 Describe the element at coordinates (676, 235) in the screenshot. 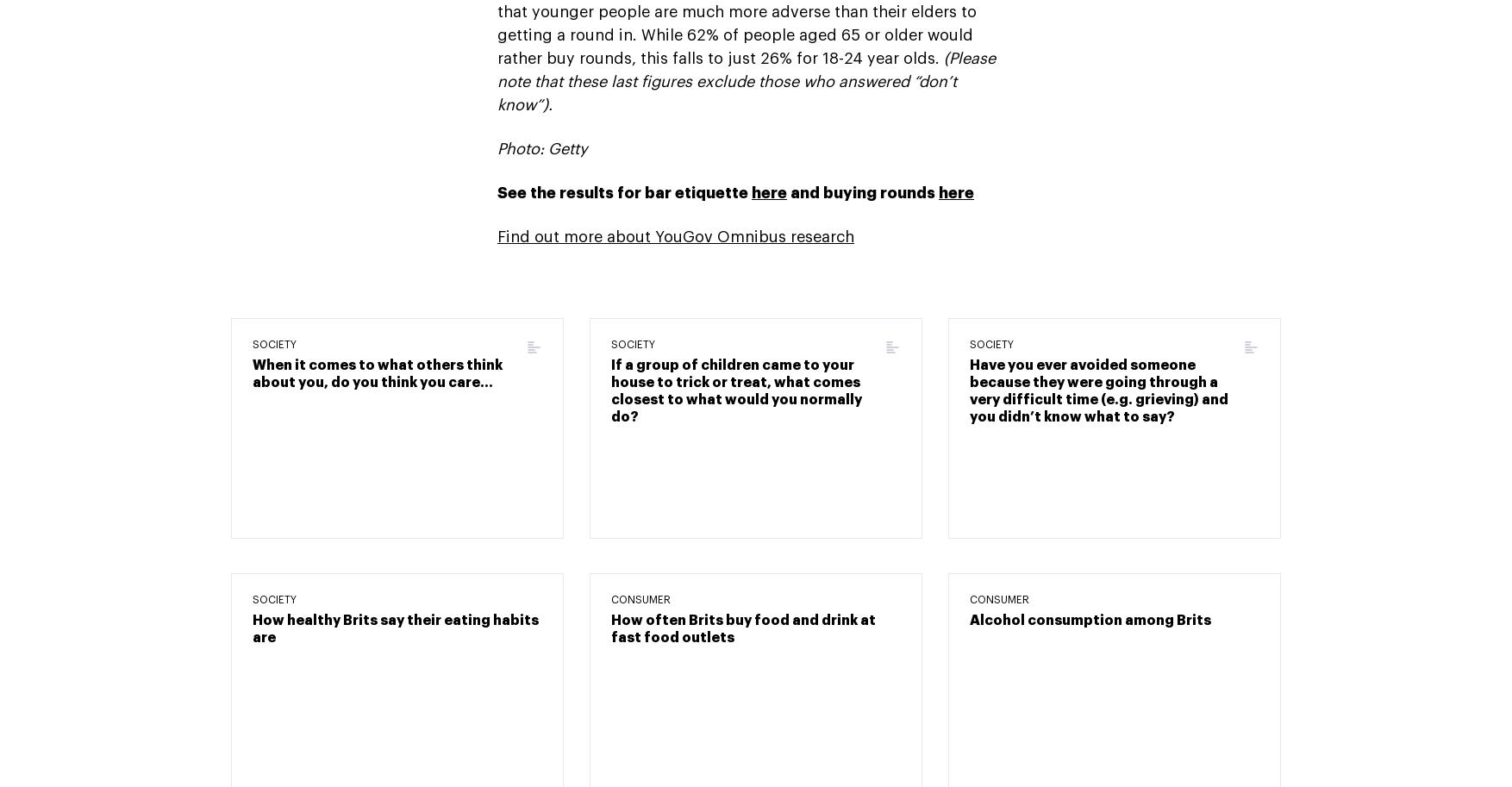

I see `'Find out more about YouGov Omnibus research'` at that location.